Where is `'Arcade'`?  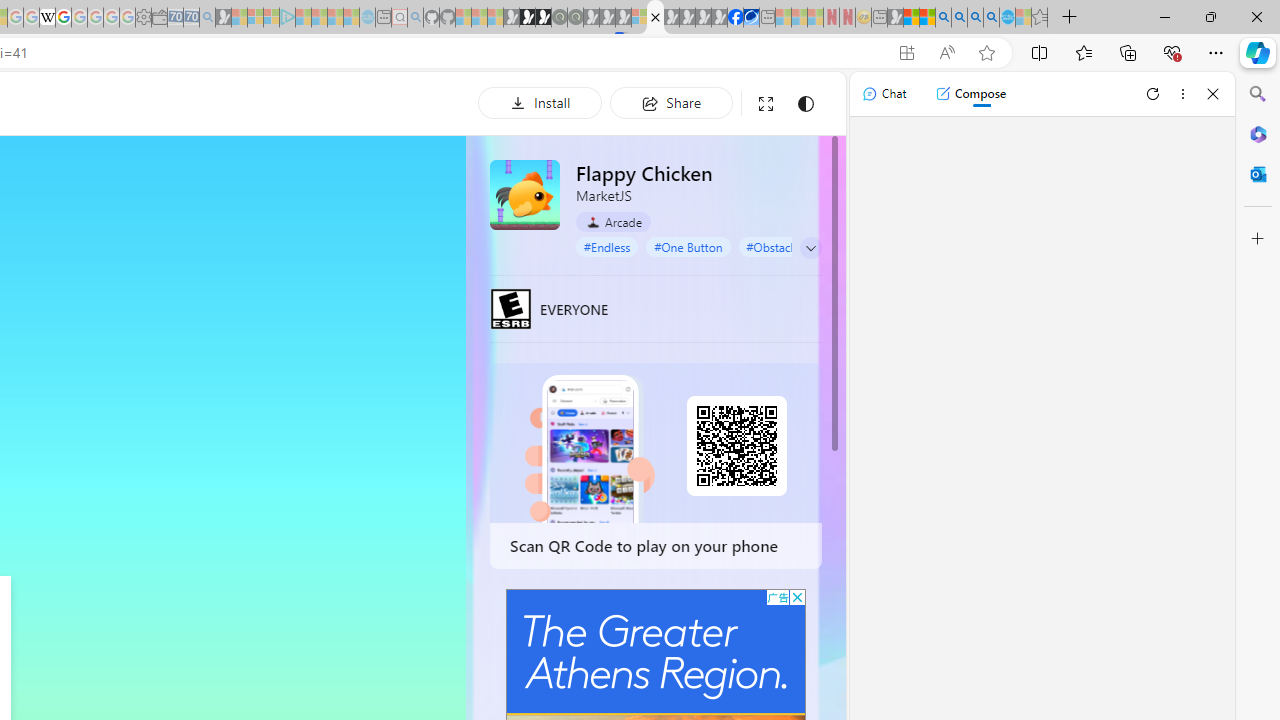
'Arcade' is located at coordinates (612, 222).